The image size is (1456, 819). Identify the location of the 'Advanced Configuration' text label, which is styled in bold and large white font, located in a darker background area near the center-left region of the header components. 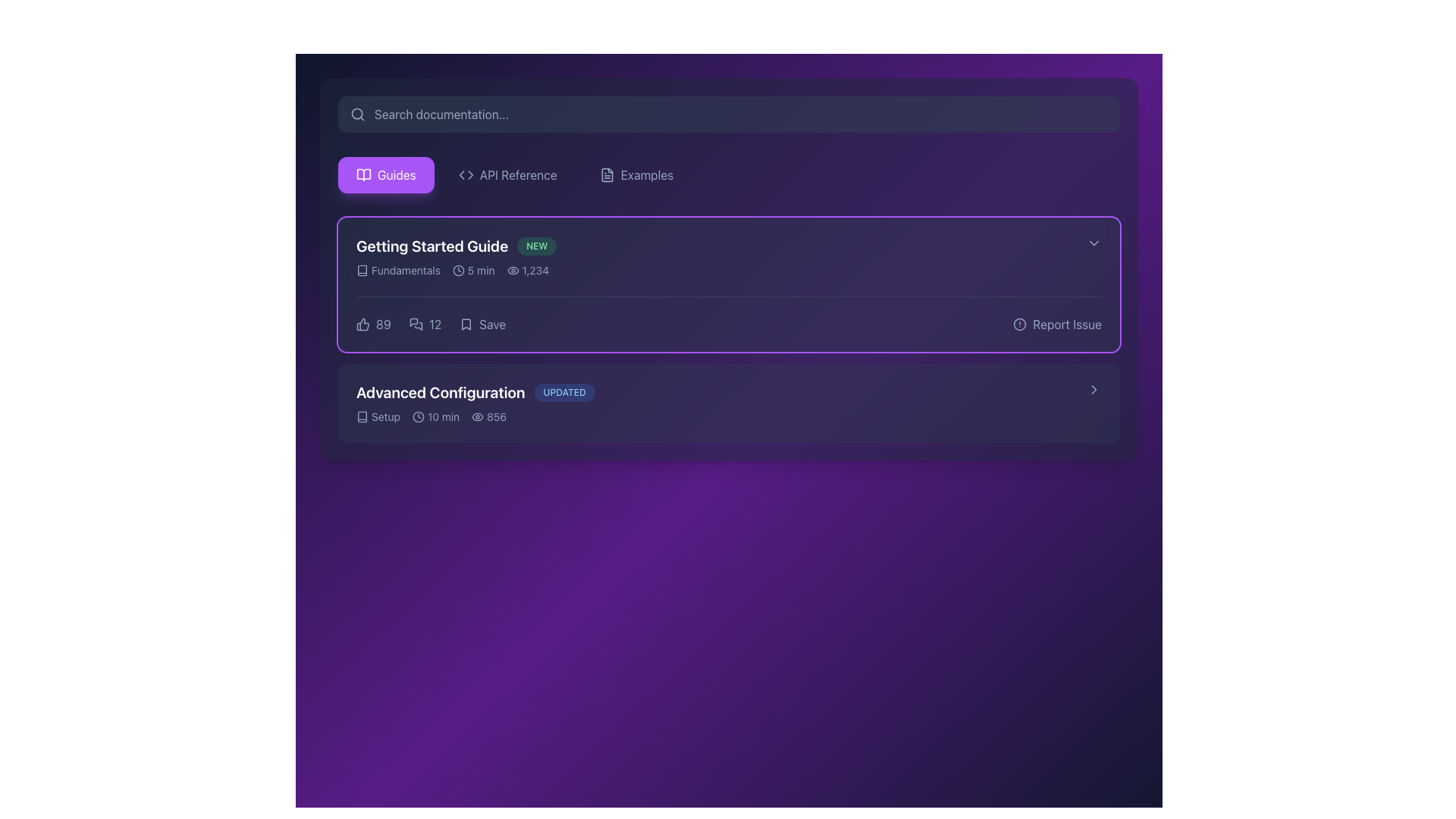
(439, 391).